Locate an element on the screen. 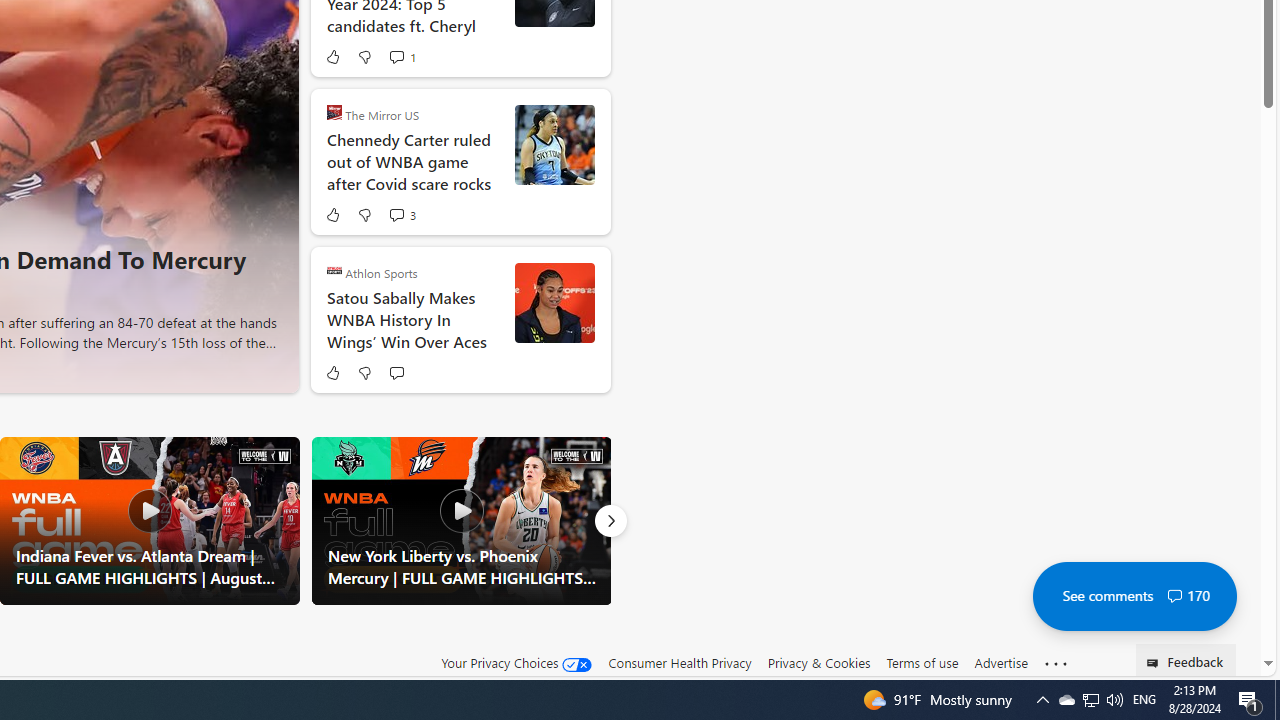 This screenshot has width=1280, height=720. 'Next' is located at coordinates (609, 519).